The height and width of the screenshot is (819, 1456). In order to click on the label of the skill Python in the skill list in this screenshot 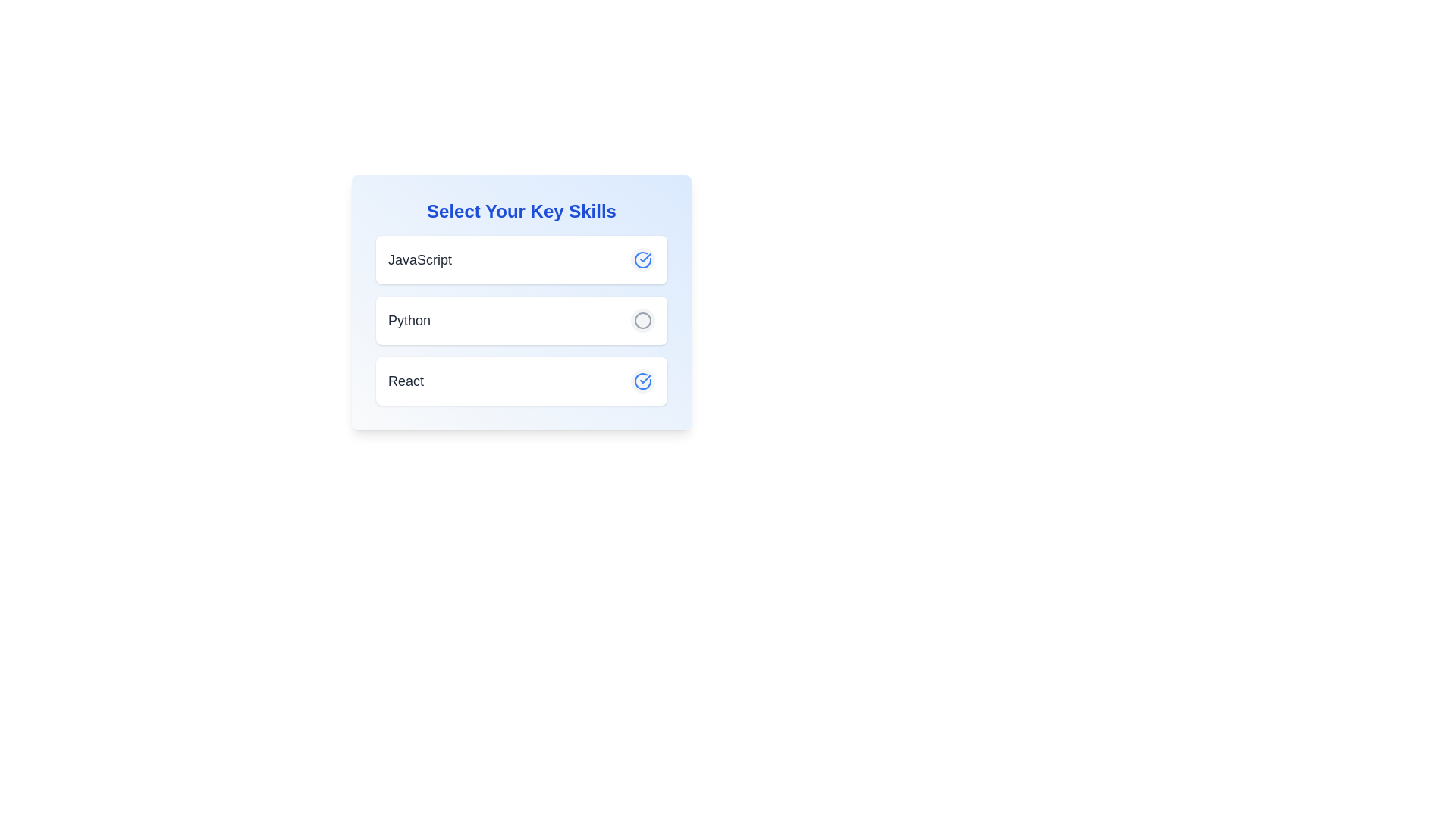, I will do `click(409, 320)`.